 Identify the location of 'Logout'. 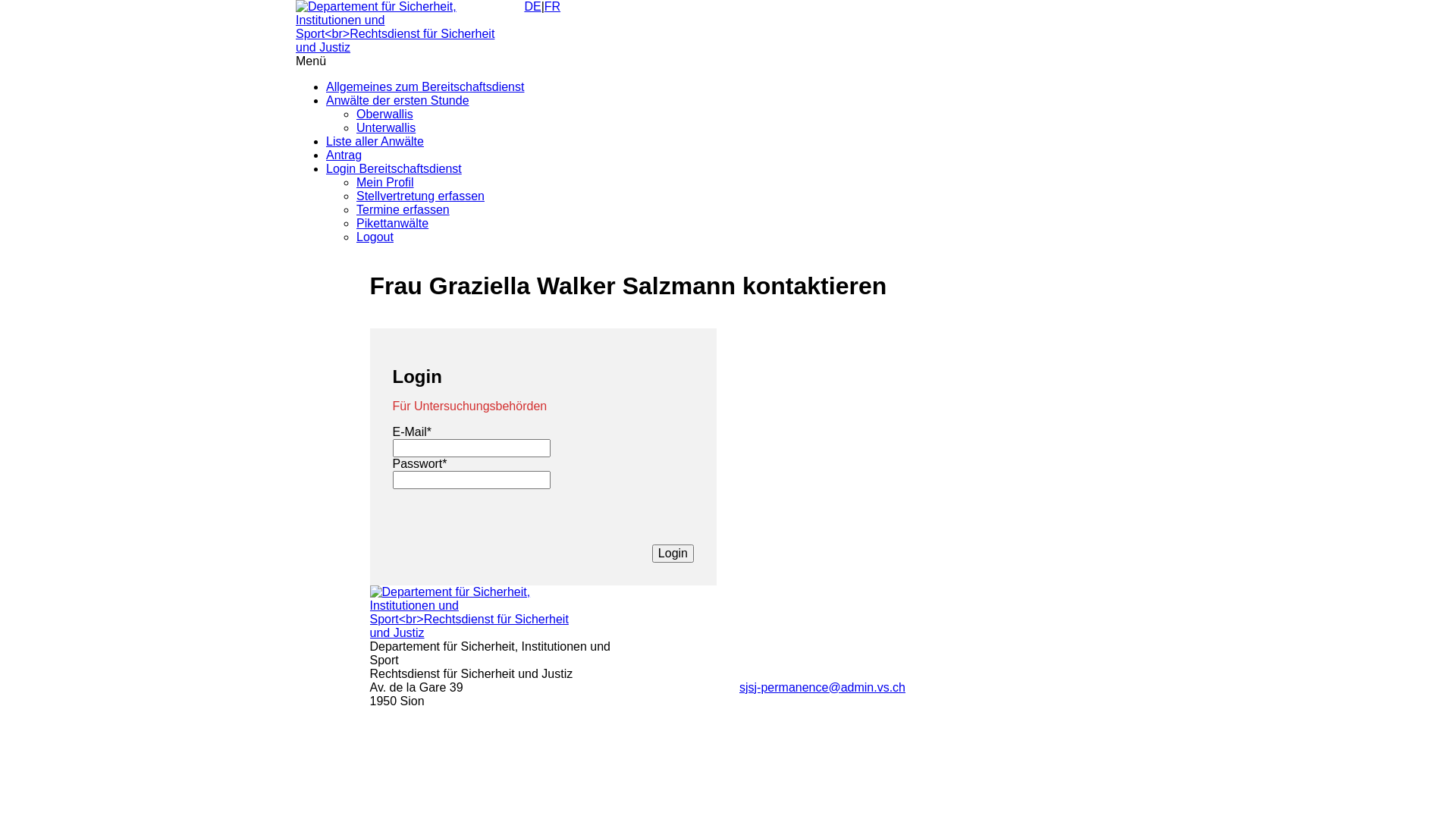
(375, 237).